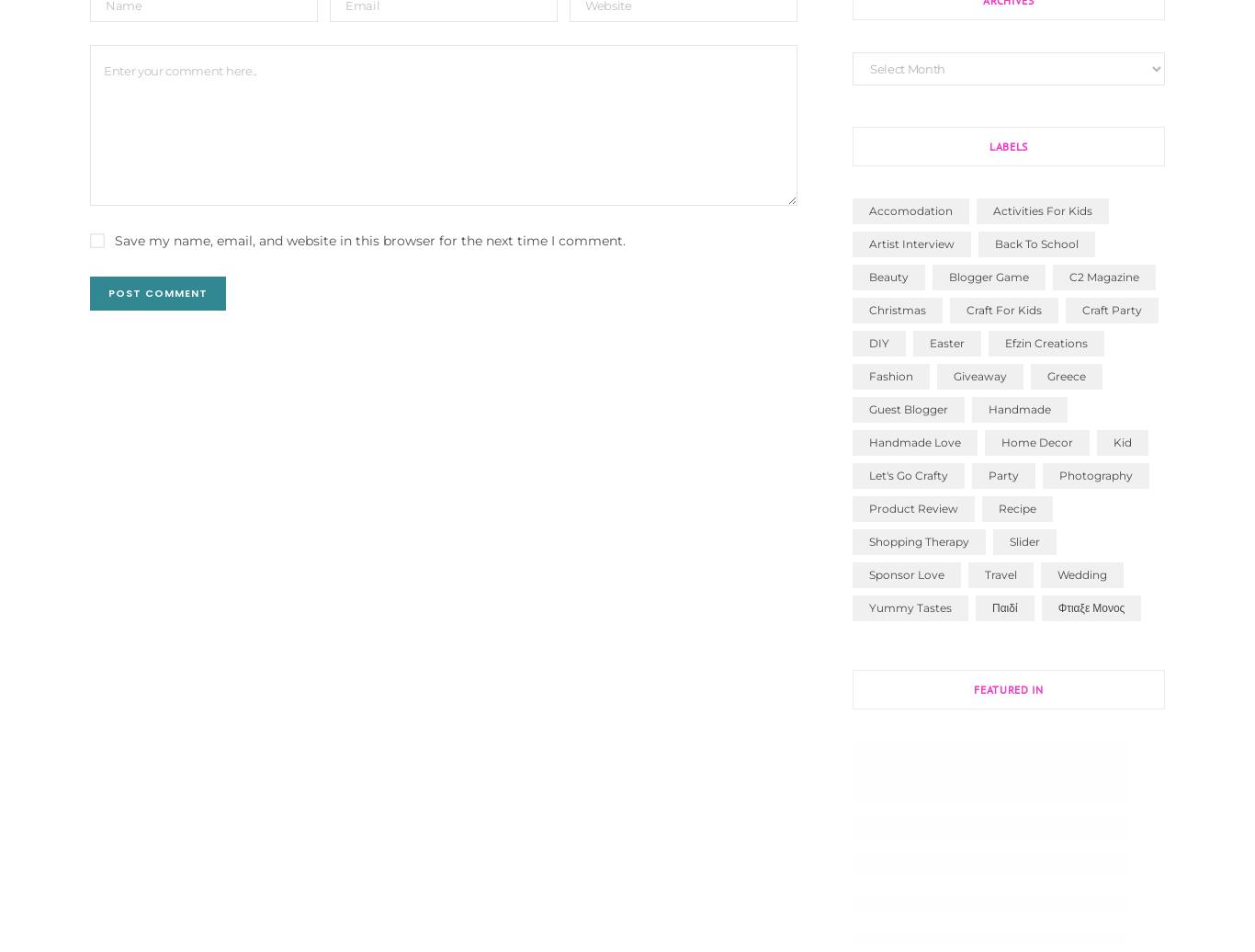  What do you see at coordinates (908, 474) in the screenshot?
I see `'let's go crafty'` at bounding box center [908, 474].